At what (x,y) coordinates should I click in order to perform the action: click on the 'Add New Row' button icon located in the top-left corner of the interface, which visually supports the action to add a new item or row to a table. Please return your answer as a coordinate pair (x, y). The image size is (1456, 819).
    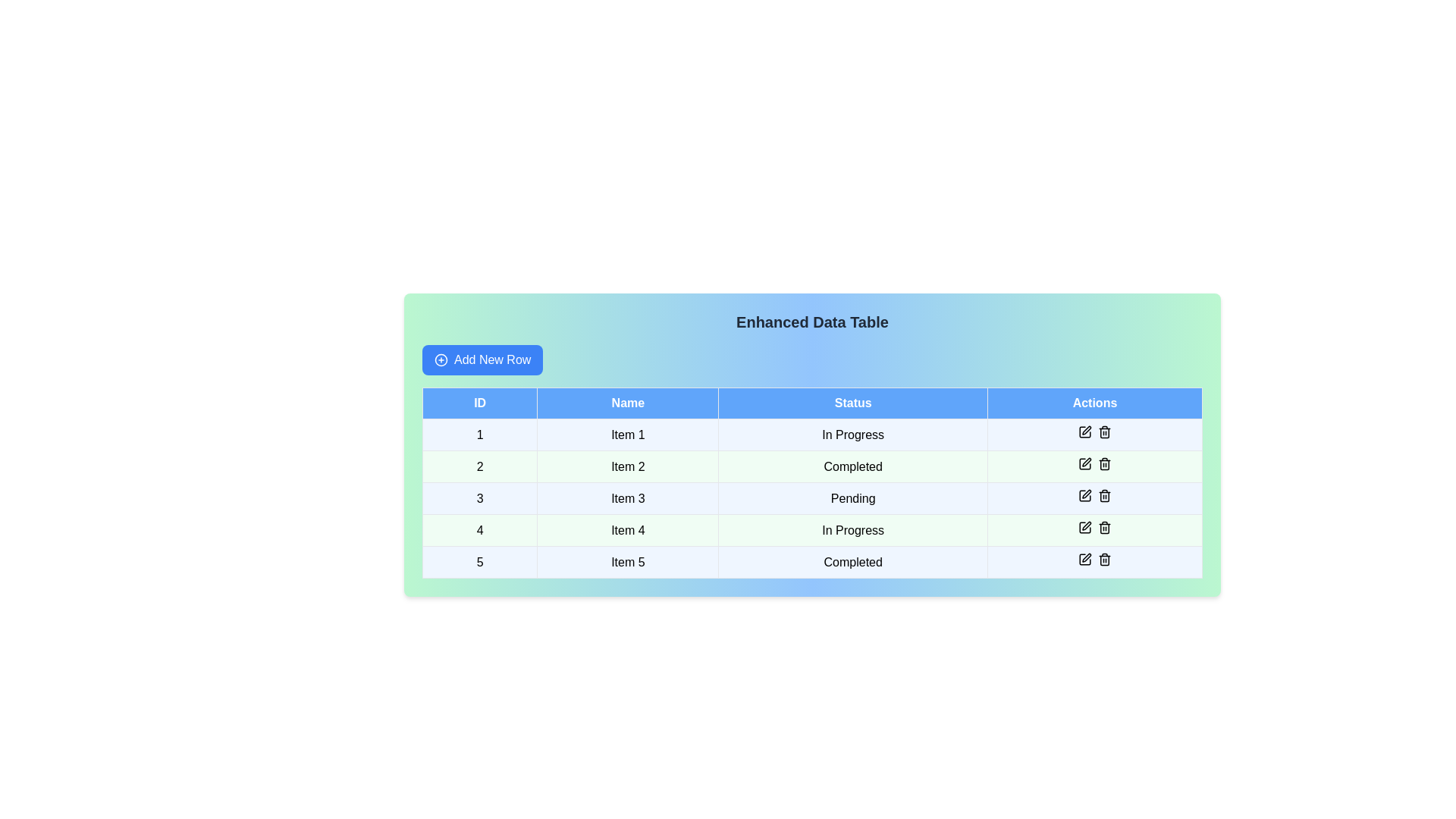
    Looking at the image, I should click on (440, 359).